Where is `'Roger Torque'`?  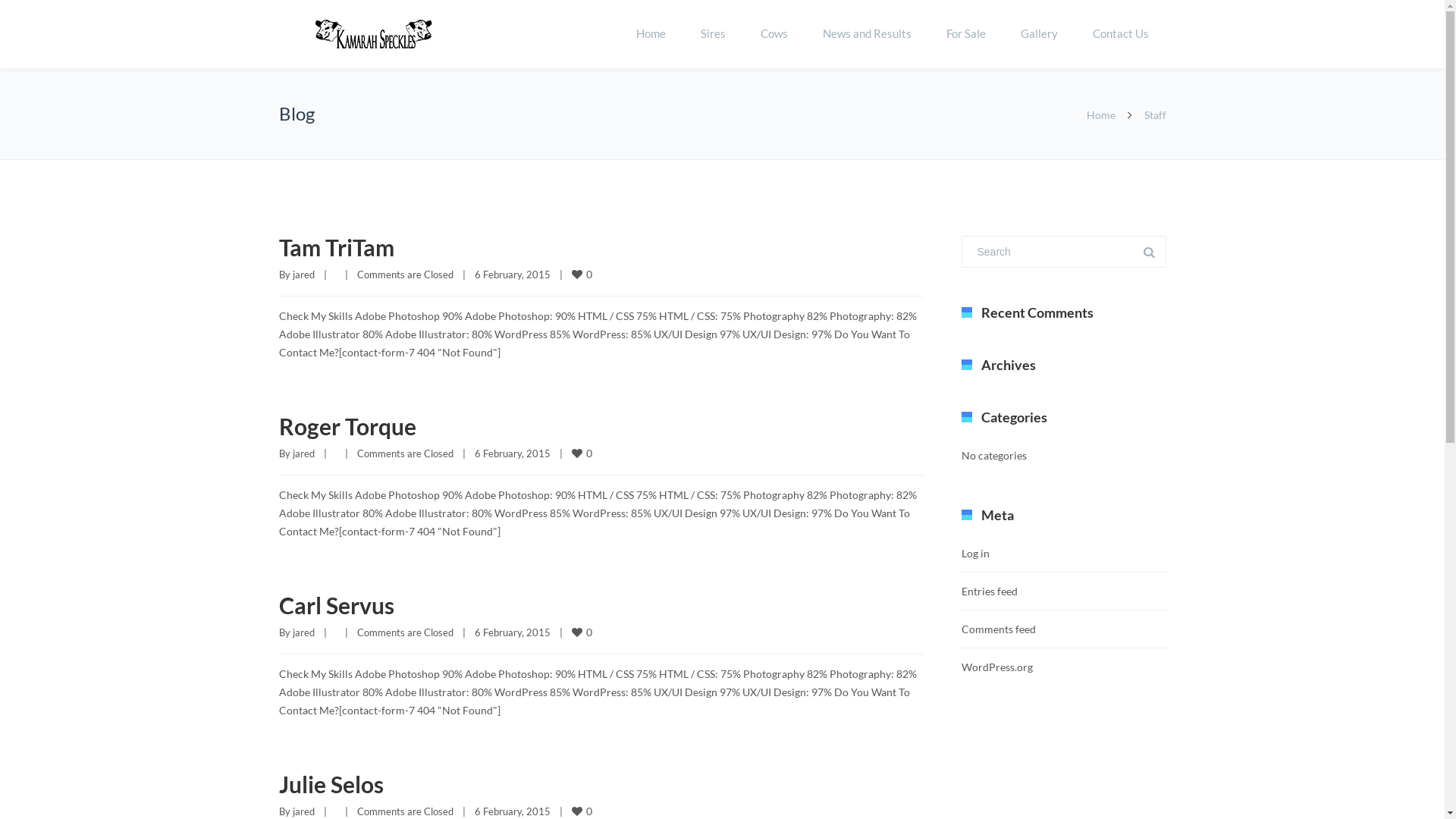
'Roger Torque' is located at coordinates (347, 426).